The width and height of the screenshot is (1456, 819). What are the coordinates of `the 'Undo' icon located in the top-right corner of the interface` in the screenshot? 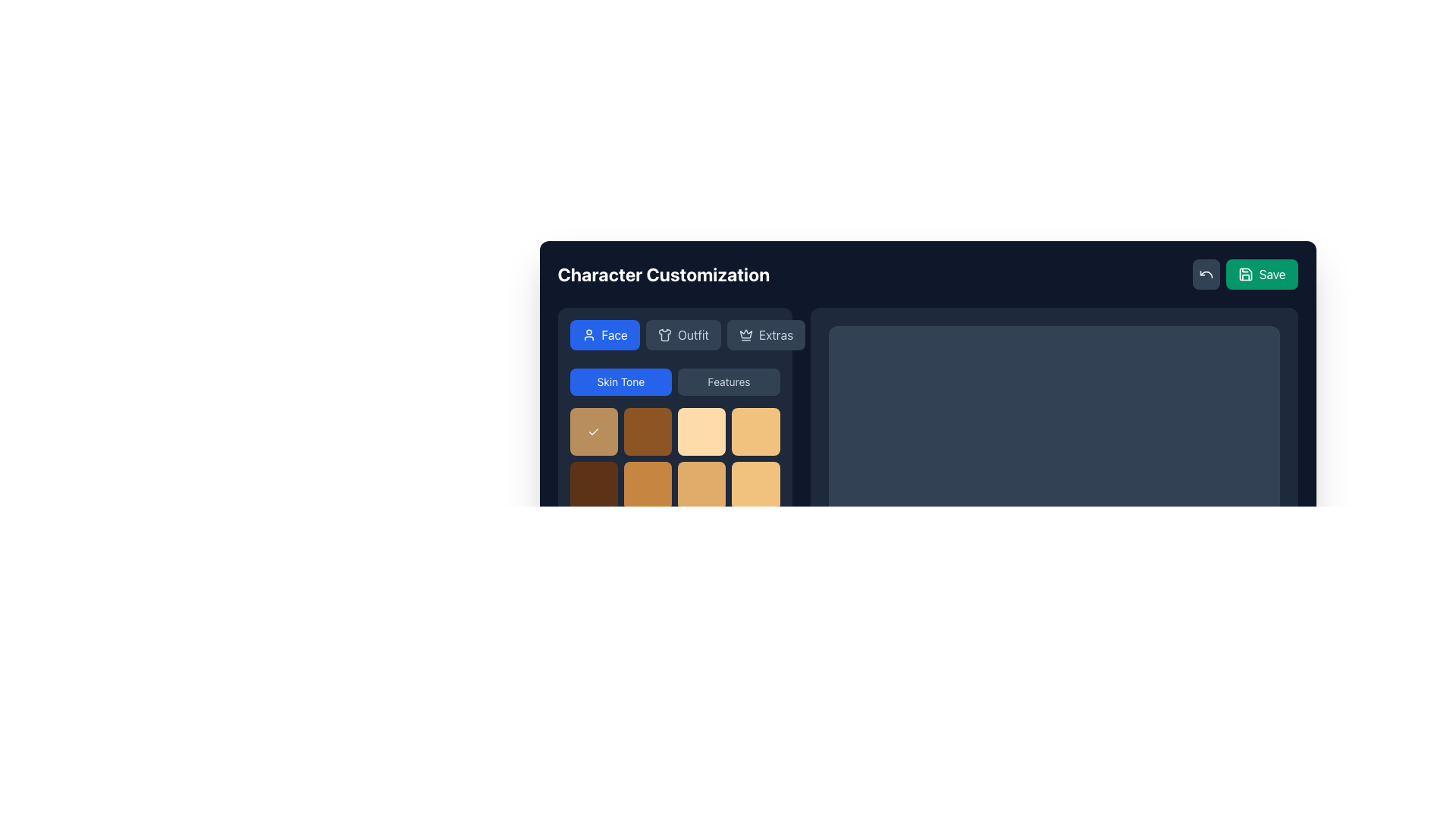 It's located at (1205, 275).